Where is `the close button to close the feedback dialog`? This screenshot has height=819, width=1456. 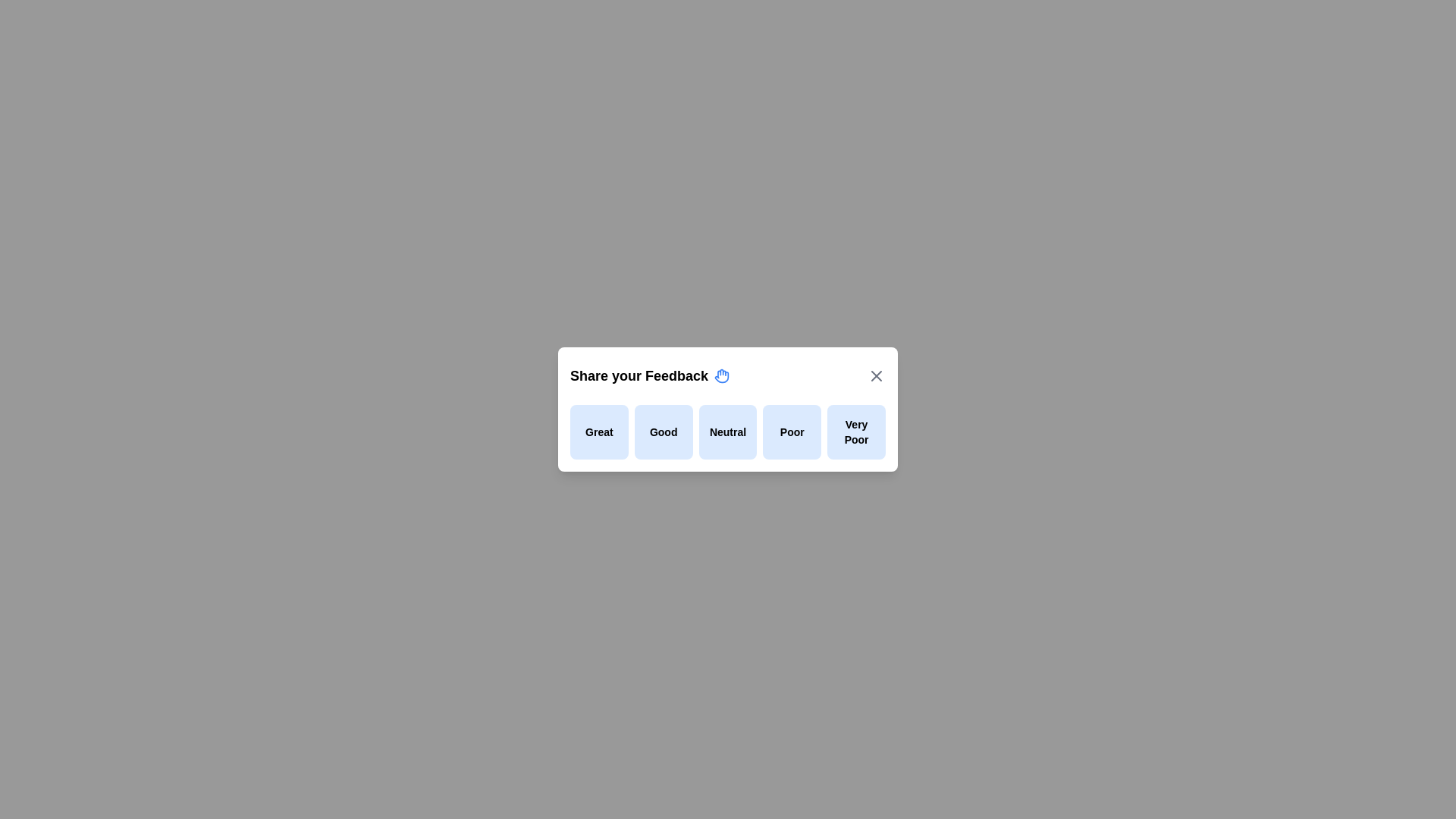
the close button to close the feedback dialog is located at coordinates (877, 375).